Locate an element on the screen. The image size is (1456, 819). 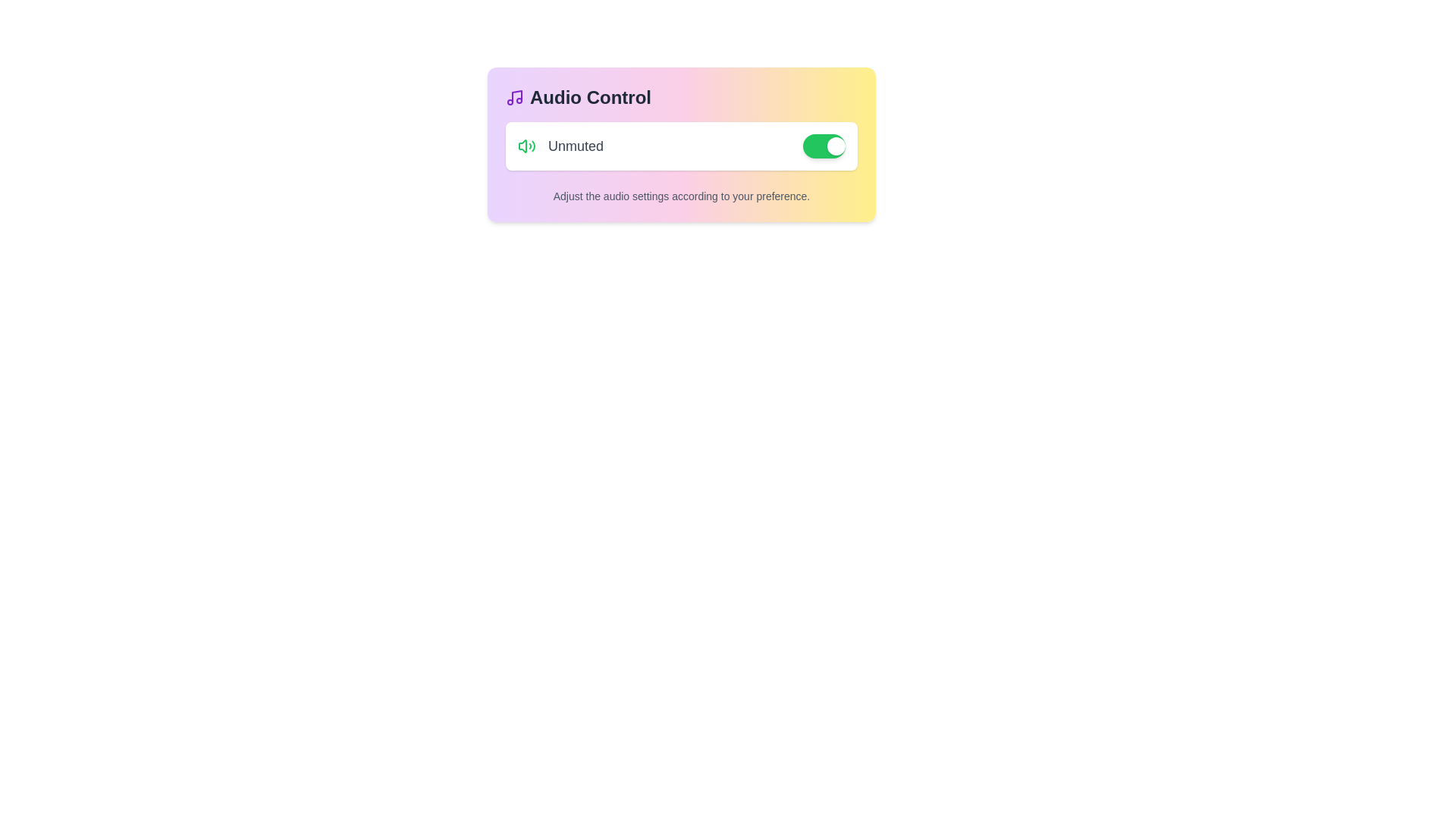
the static text label displaying 'Unmuted', which is styled in gray and located between a green sound icon and a toggle switch is located at coordinates (575, 146).